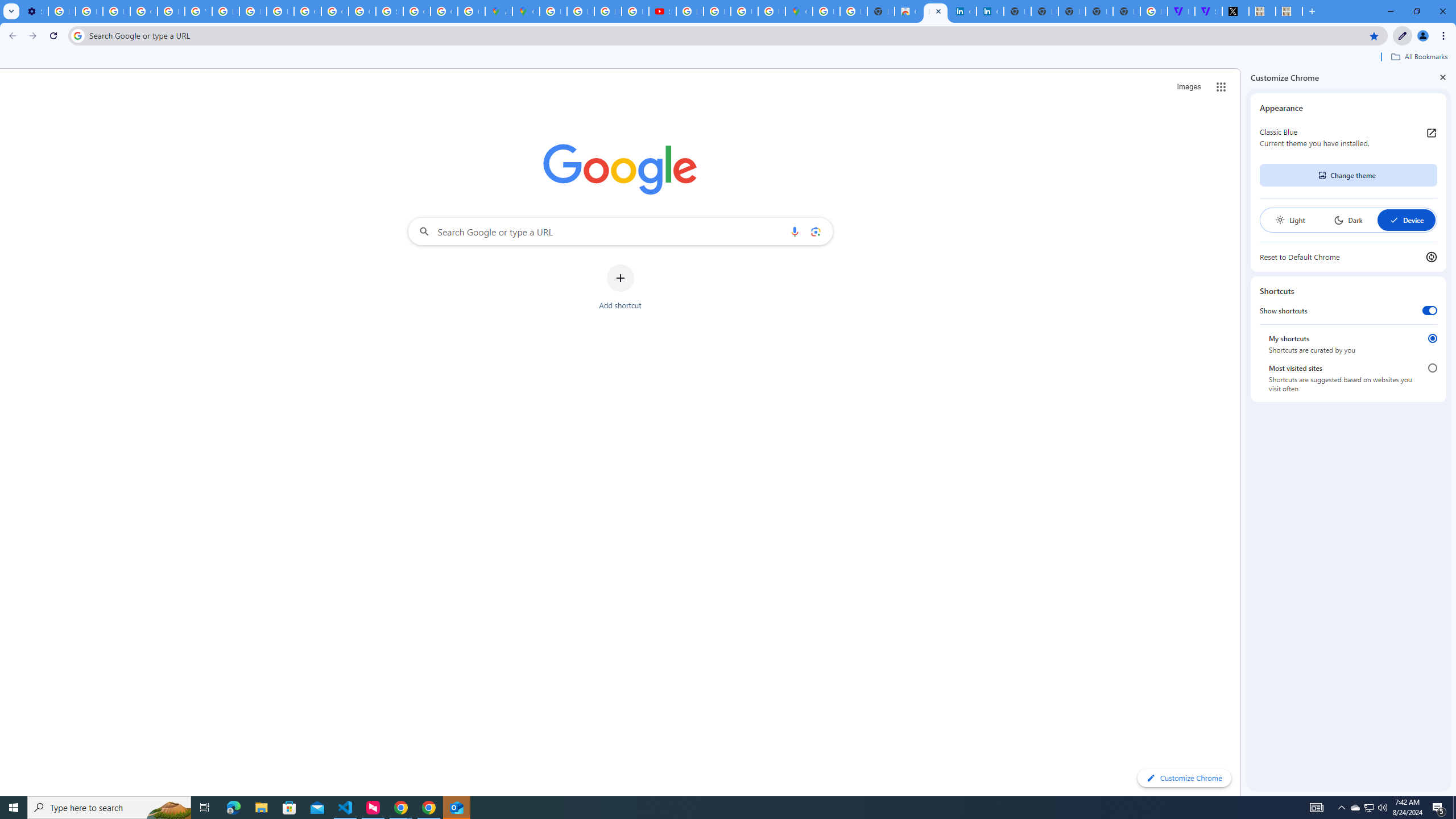  I want to click on 'Subscriptions - YouTube', so click(661, 11).